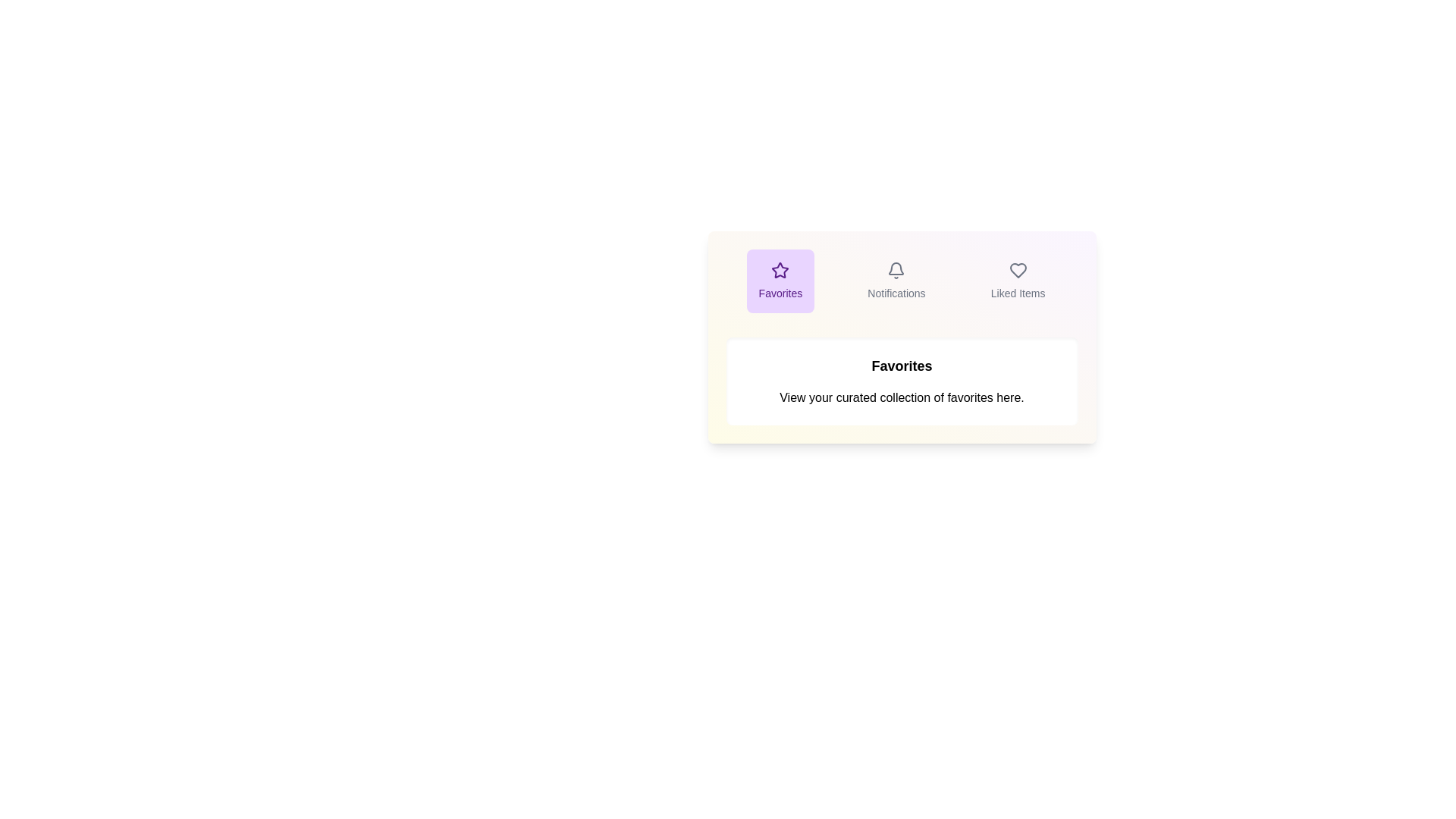 The width and height of the screenshot is (1456, 819). What do you see at coordinates (780, 281) in the screenshot?
I see `the tab labeled Favorites` at bounding box center [780, 281].